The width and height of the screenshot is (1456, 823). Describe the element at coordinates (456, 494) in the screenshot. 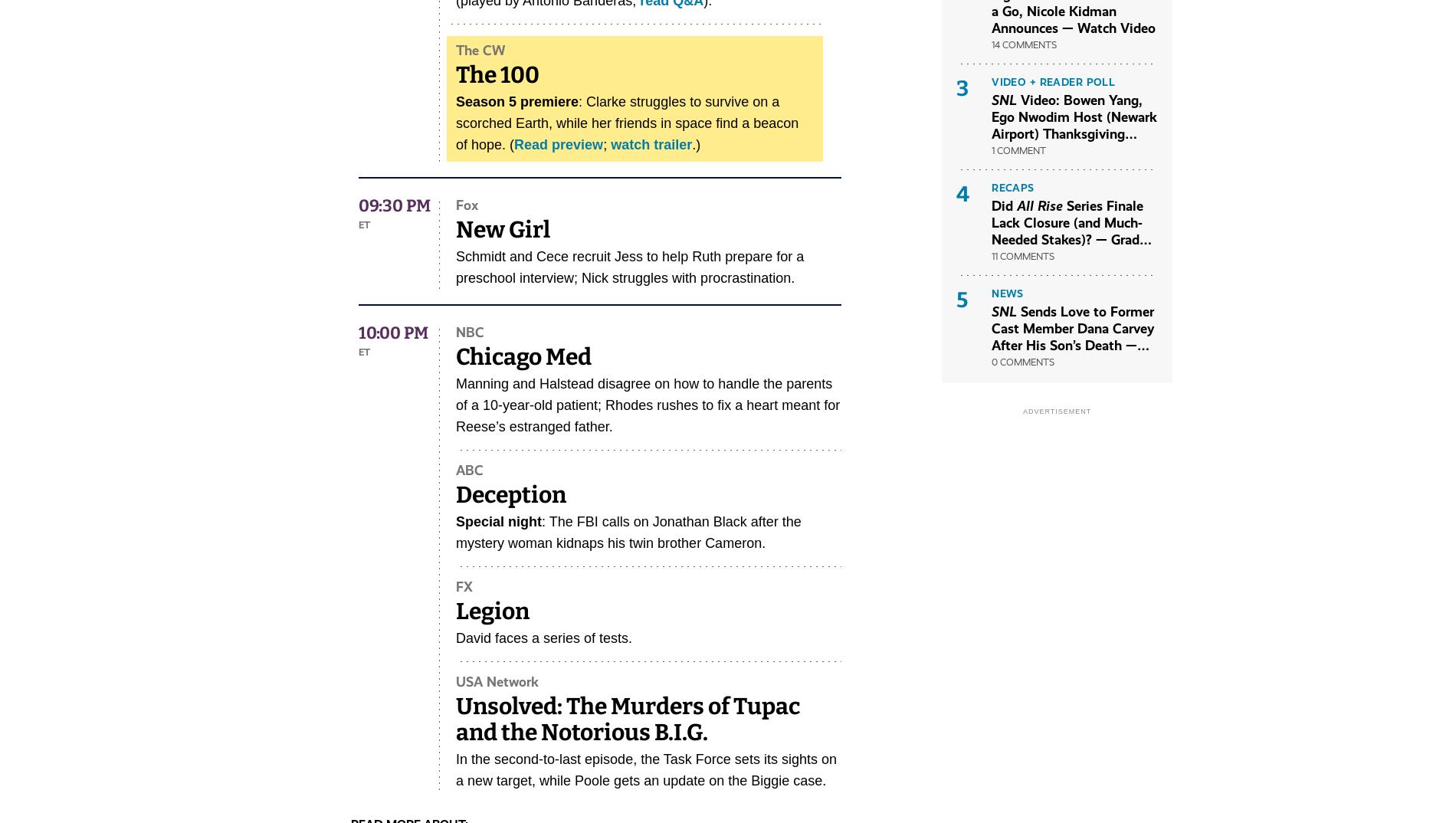

I see `'Deception'` at that location.